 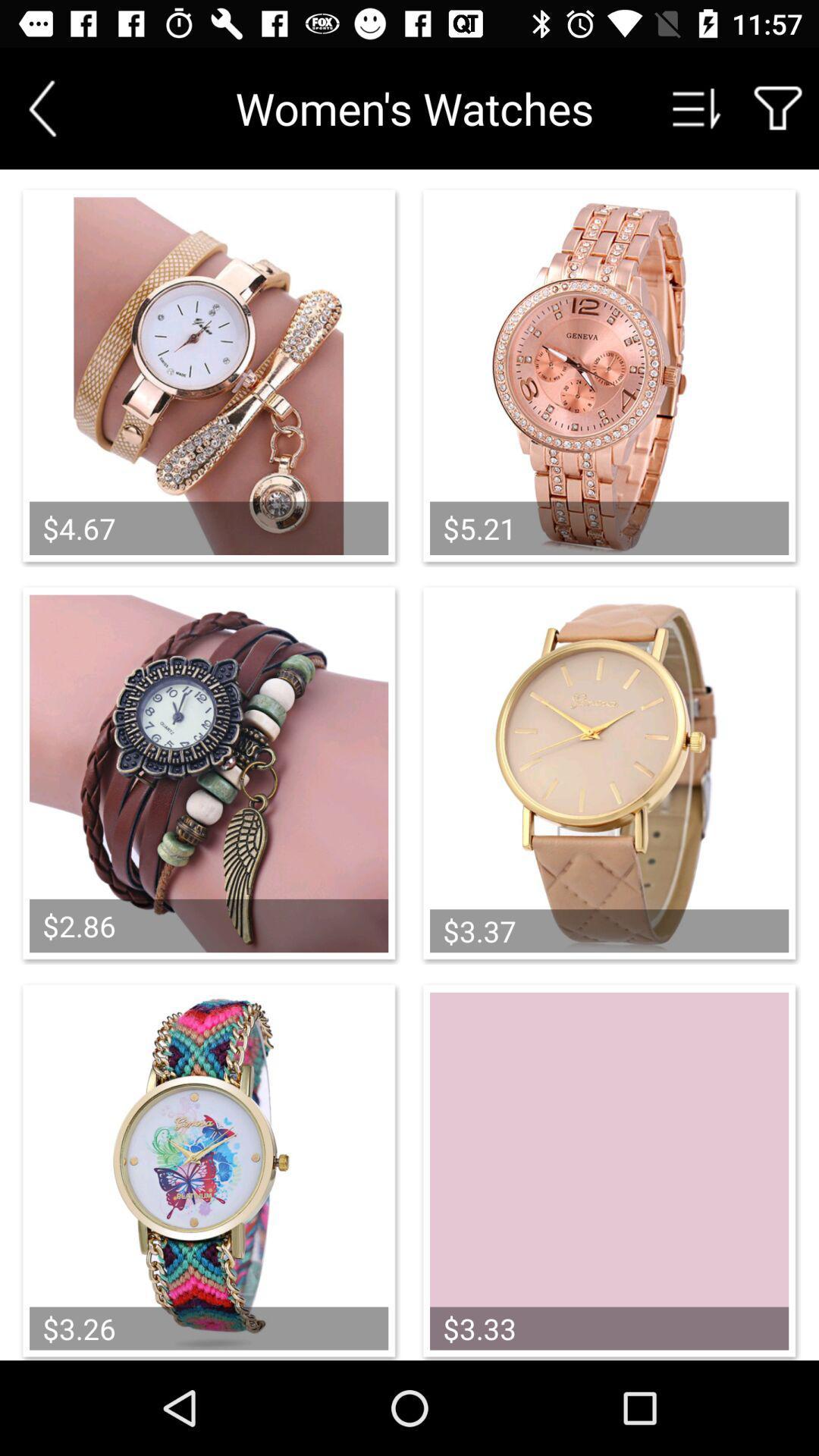 I want to click on the arrow_backward icon, so click(x=42, y=108).